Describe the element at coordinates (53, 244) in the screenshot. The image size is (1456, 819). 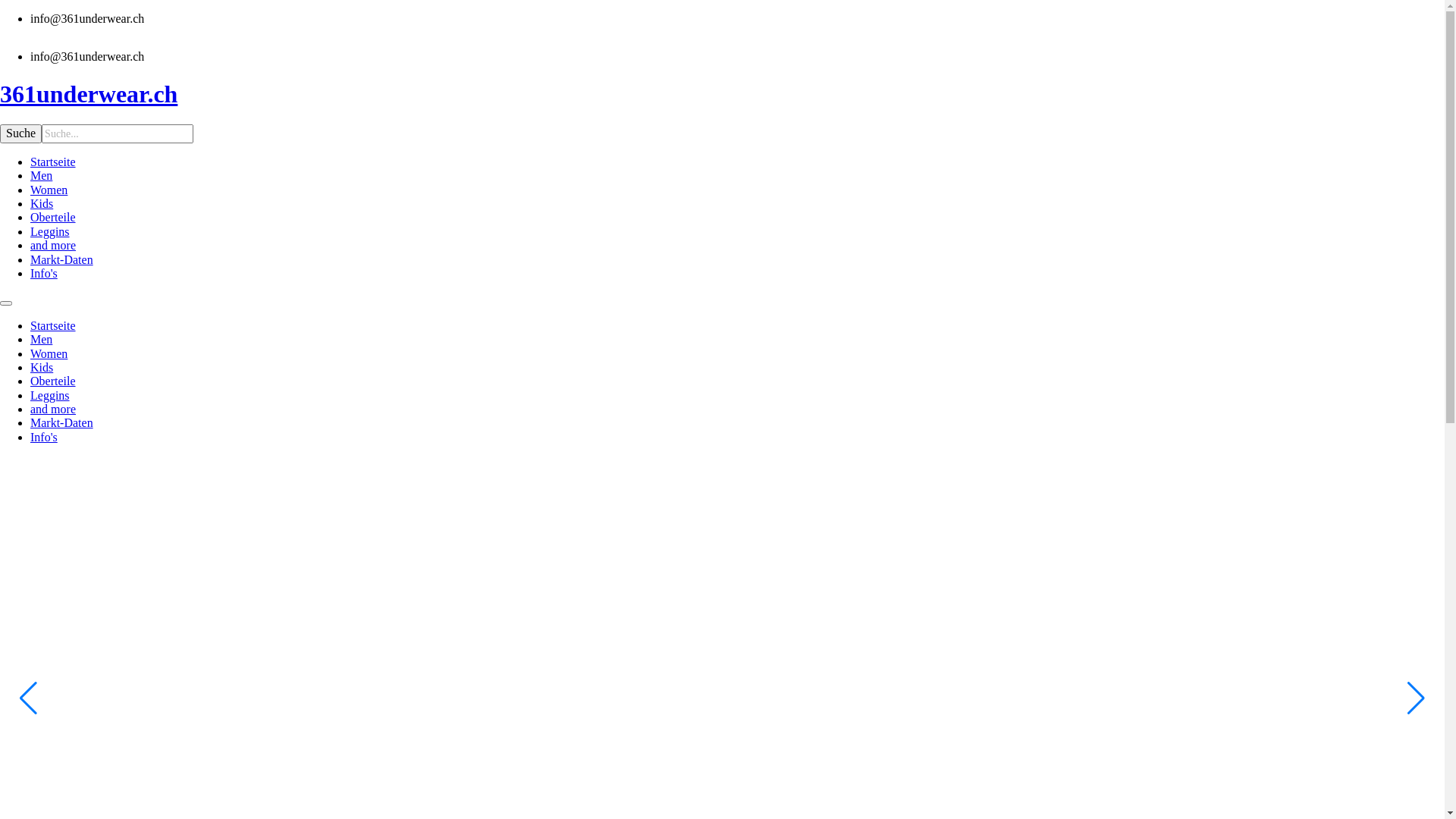
I see `'and more'` at that location.